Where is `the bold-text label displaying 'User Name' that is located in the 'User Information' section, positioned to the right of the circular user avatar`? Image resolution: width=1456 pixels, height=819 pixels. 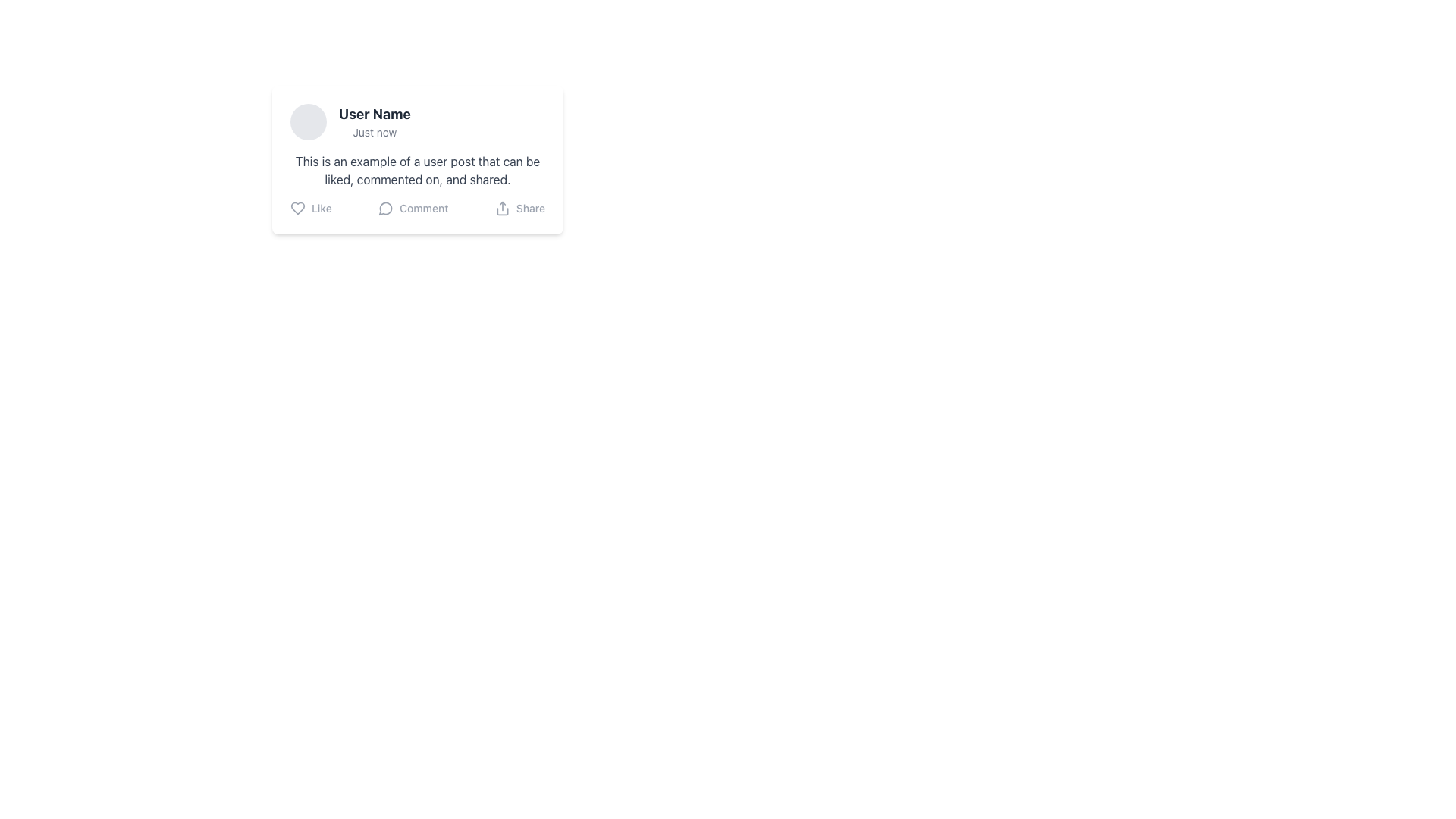 the bold-text label displaying 'User Name' that is located in the 'User Information' section, positioned to the right of the circular user avatar is located at coordinates (375, 113).